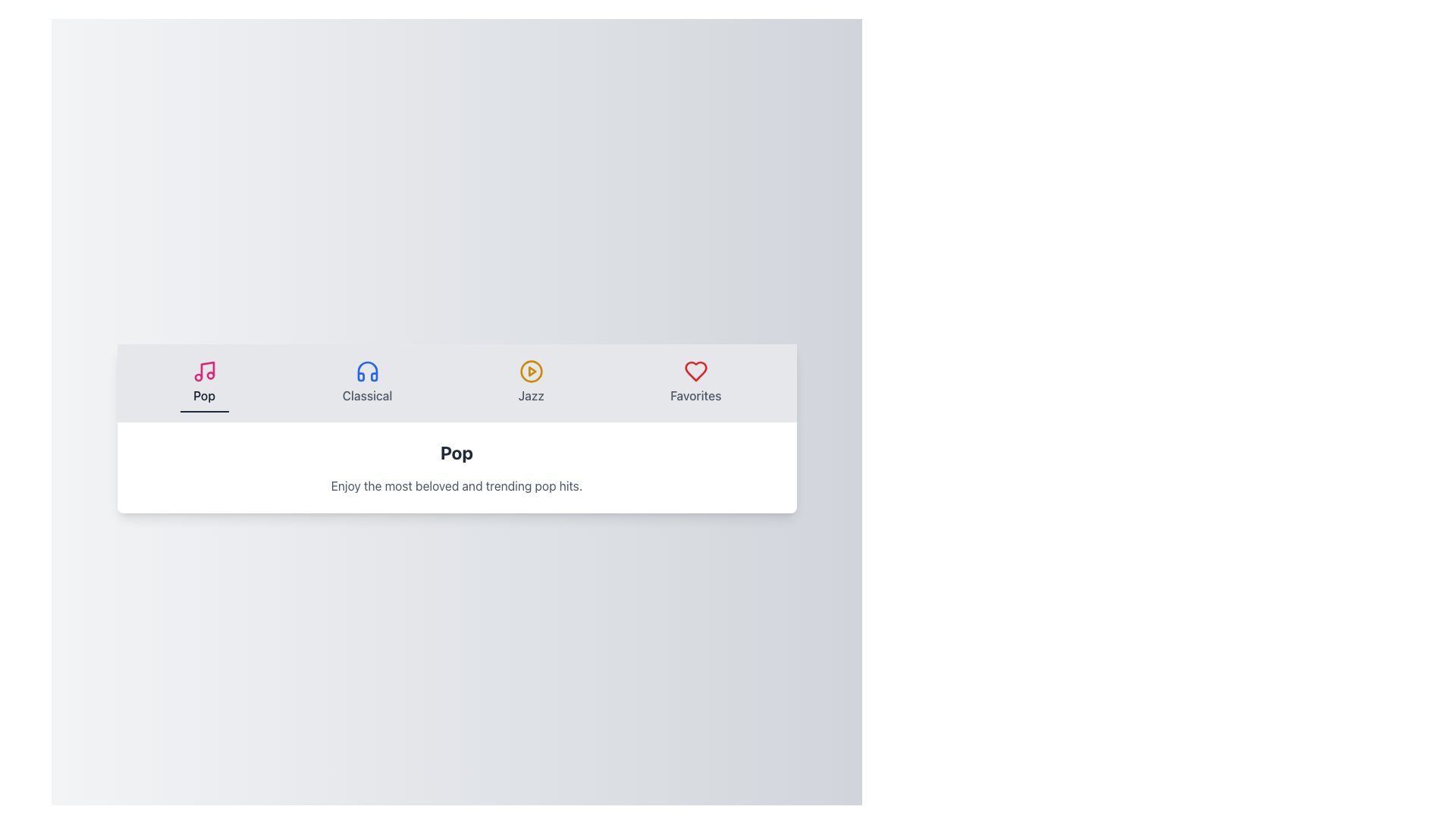 The width and height of the screenshot is (1456, 819). Describe the element at coordinates (456, 466) in the screenshot. I see `the informational text display located at the bottom of the white card, which provides details about the 'Pop' category` at that location.